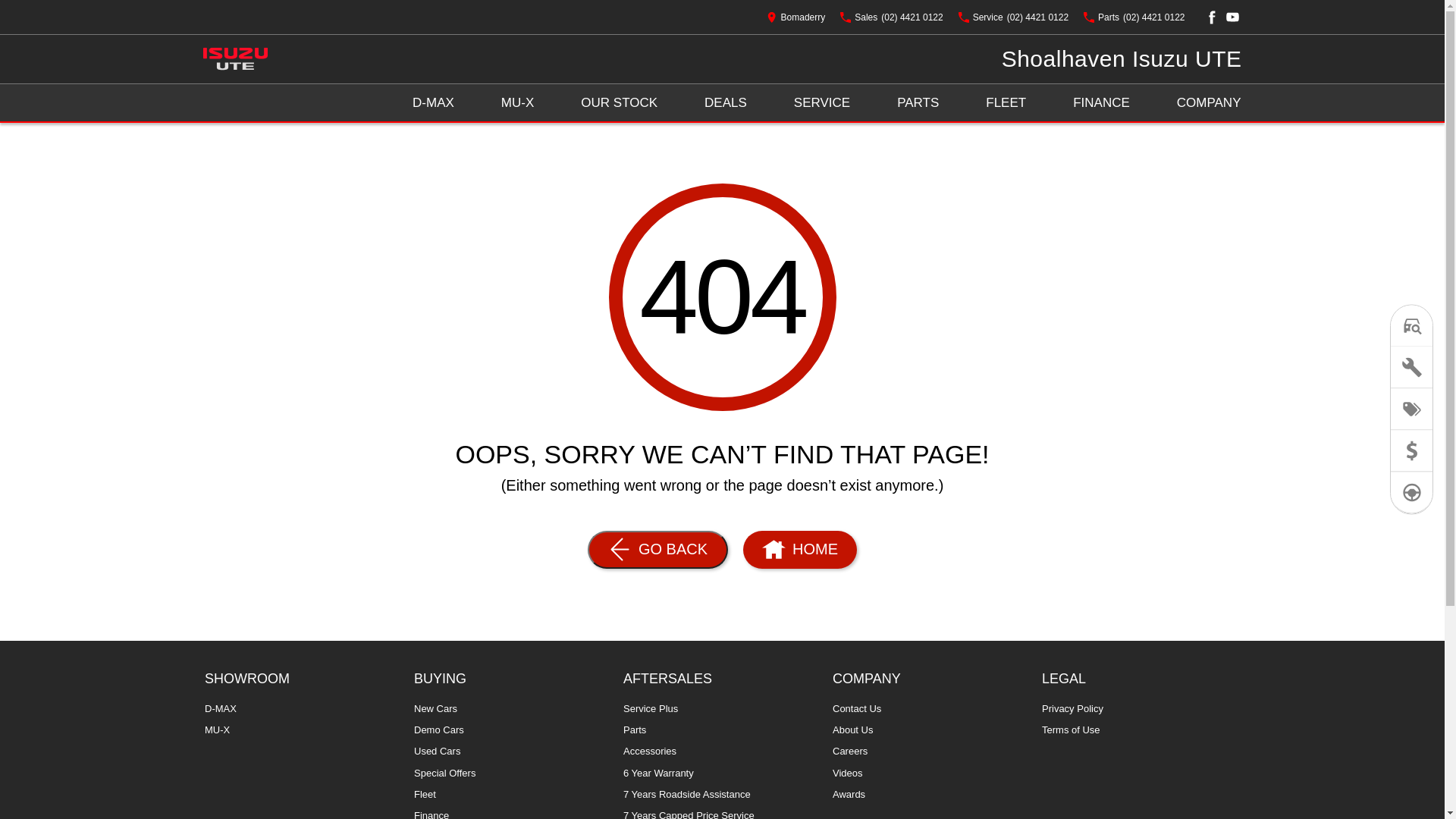  What do you see at coordinates (847, 777) in the screenshot?
I see `'Videos'` at bounding box center [847, 777].